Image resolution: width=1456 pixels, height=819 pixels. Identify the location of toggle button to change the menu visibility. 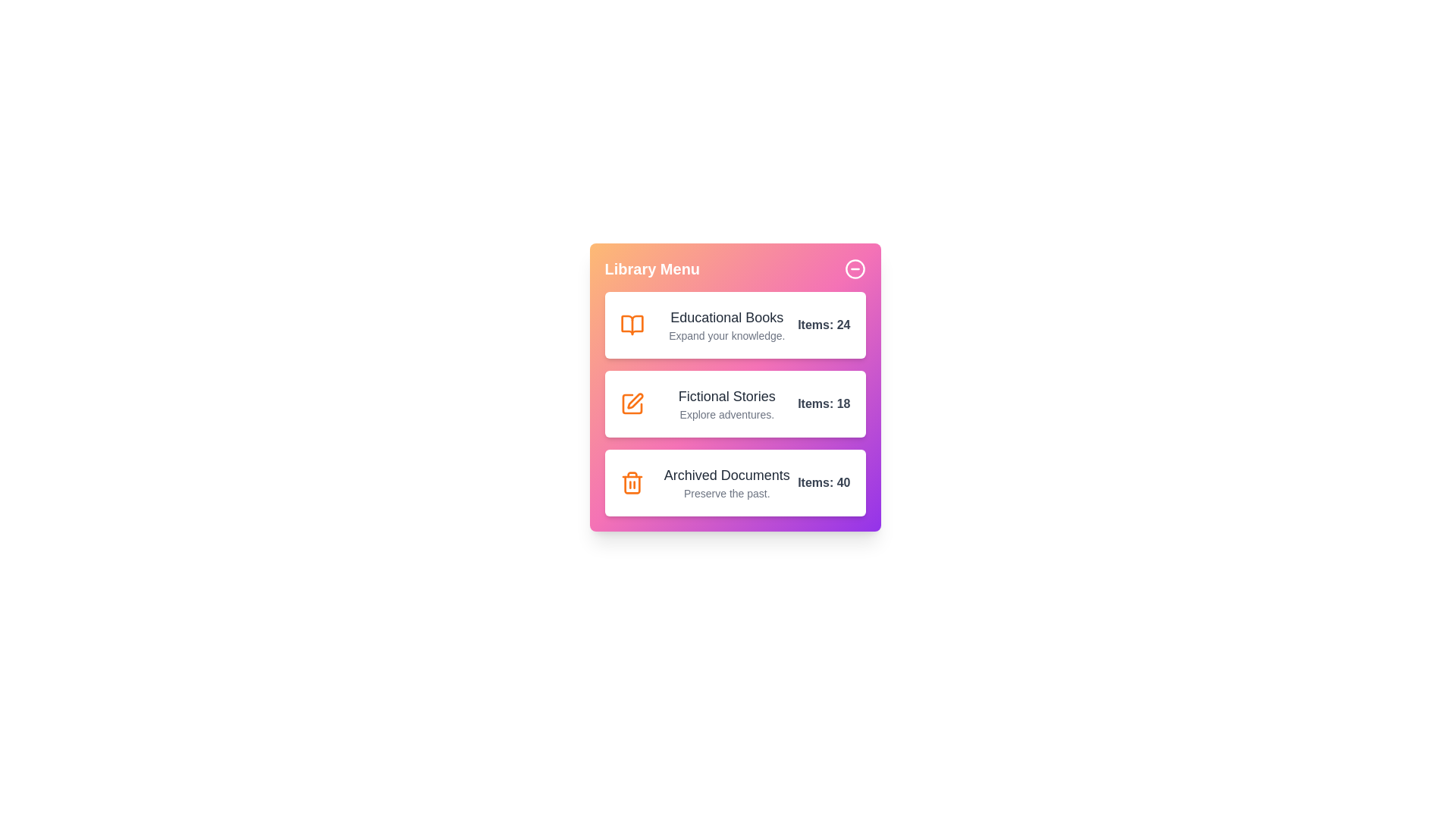
(855, 268).